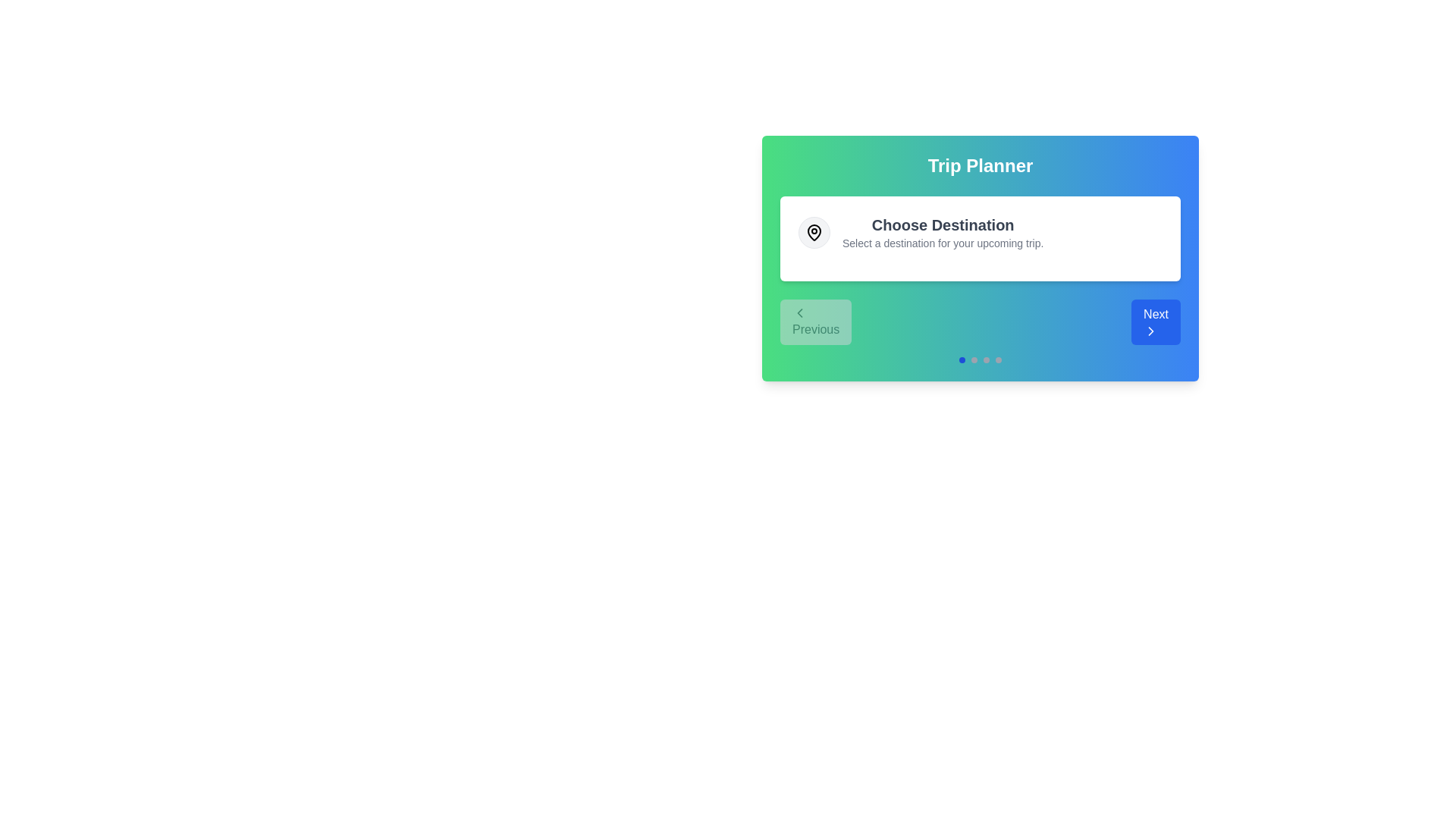  I want to click on the Content Card featuring a gradient background with the title 'Trip Planner' at the top and a secondary title 'Choose Destination' centered within it, so click(980, 257).